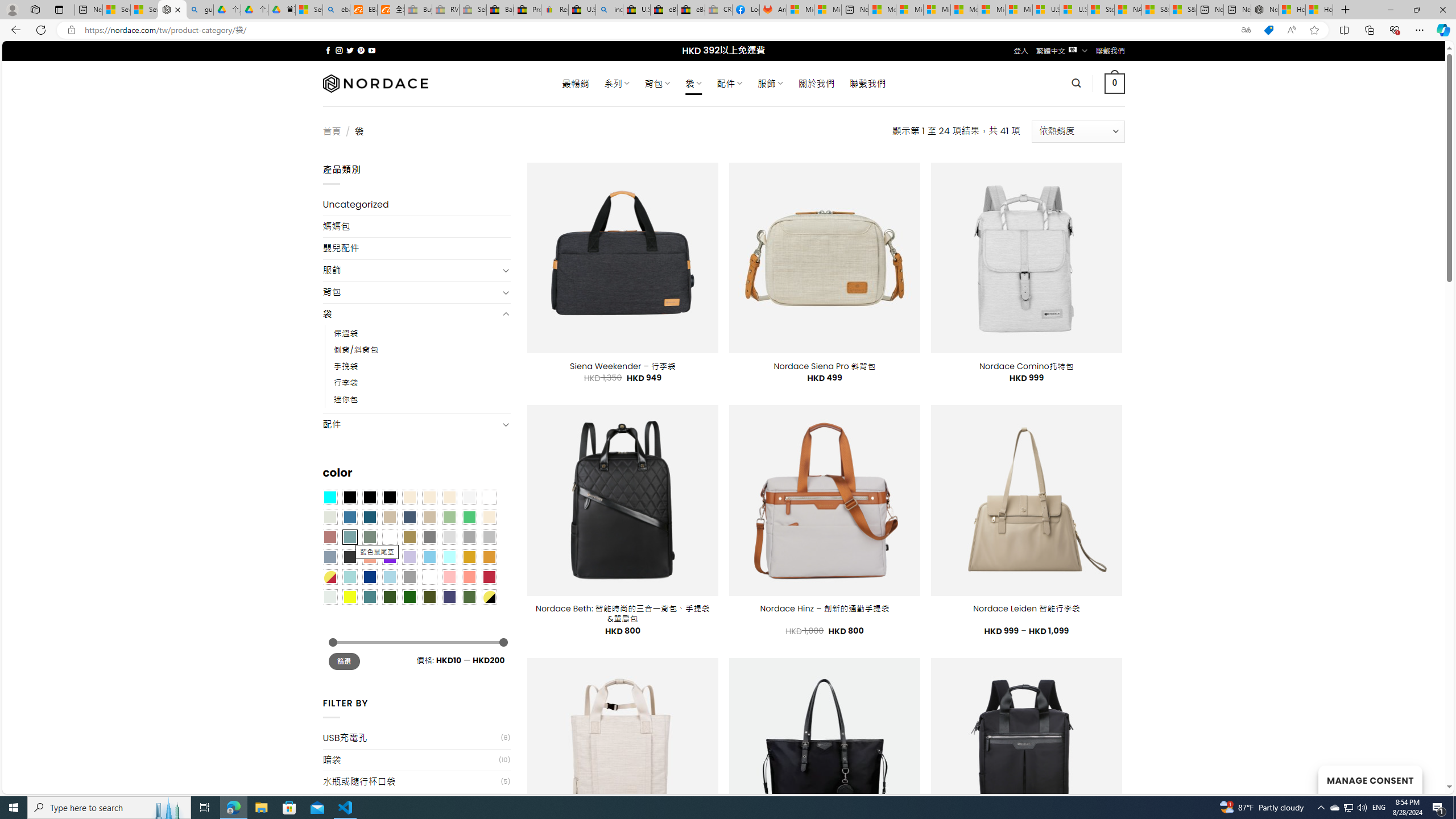 The height and width of the screenshot is (819, 1456). I want to click on 'guge yunpan - Search', so click(200, 9).